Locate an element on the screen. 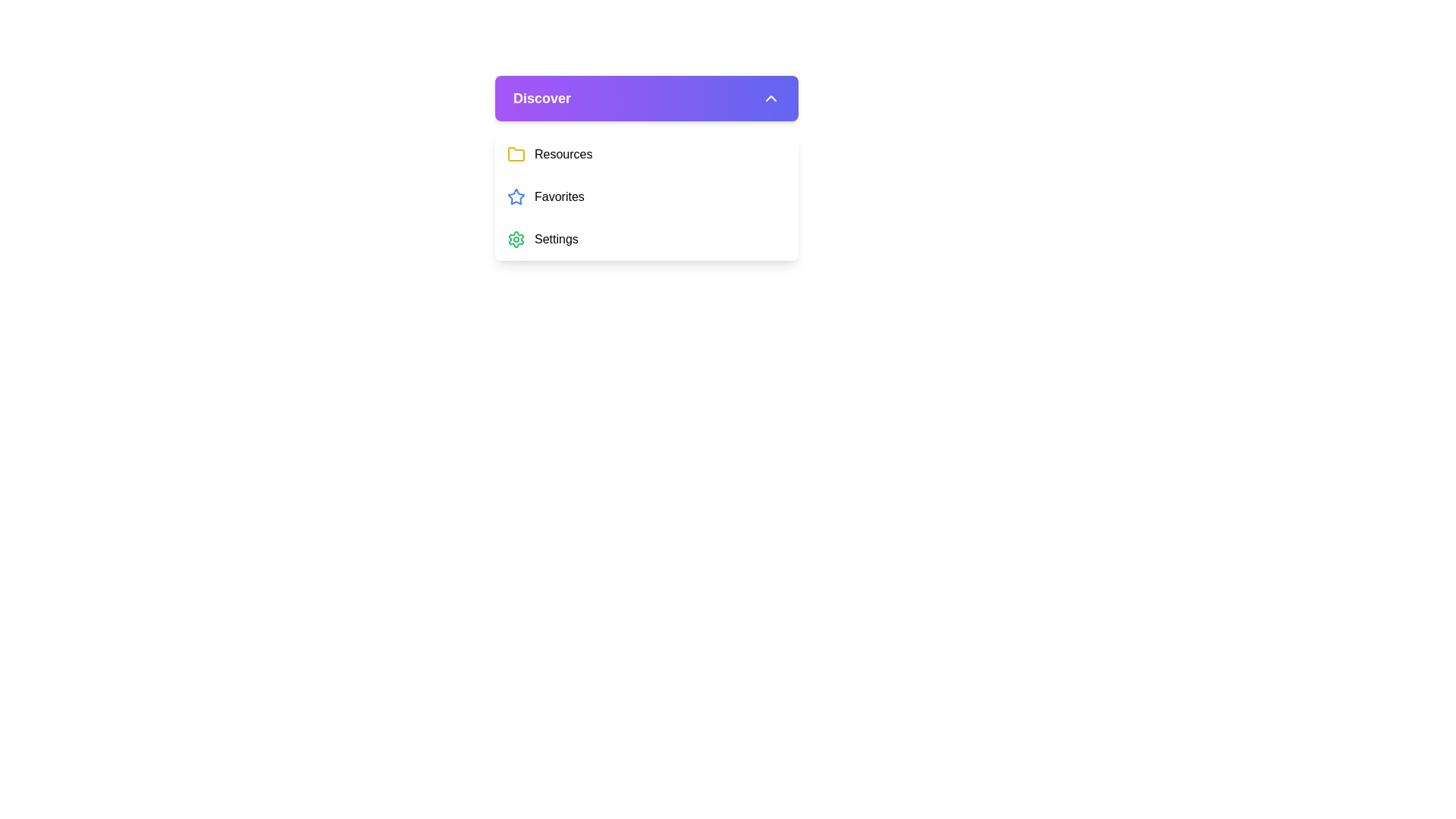  the gear-shaped settings icon, which is vibrant green and located in the 'Discover' menu is located at coordinates (516, 239).